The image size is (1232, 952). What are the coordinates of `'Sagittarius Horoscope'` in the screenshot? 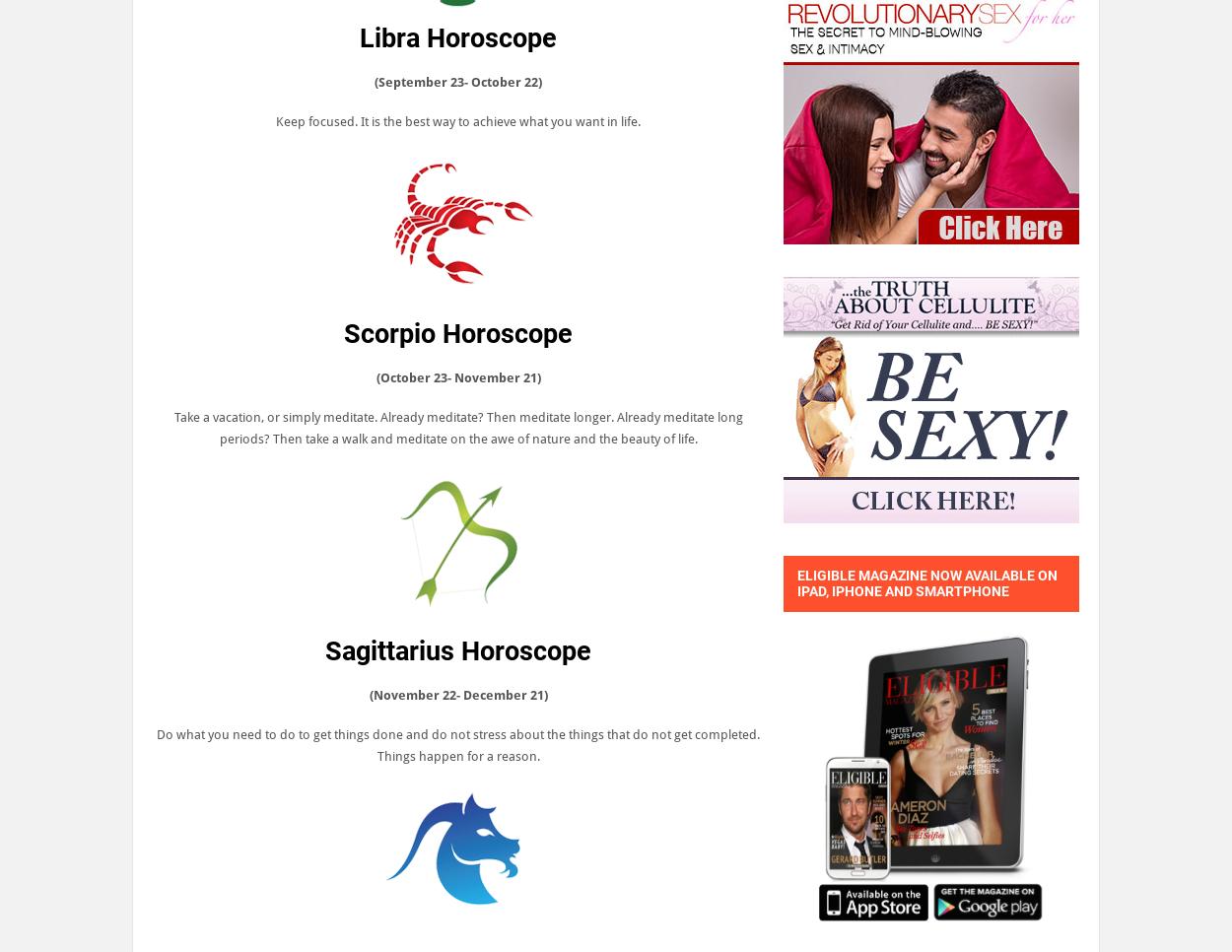 It's located at (457, 651).